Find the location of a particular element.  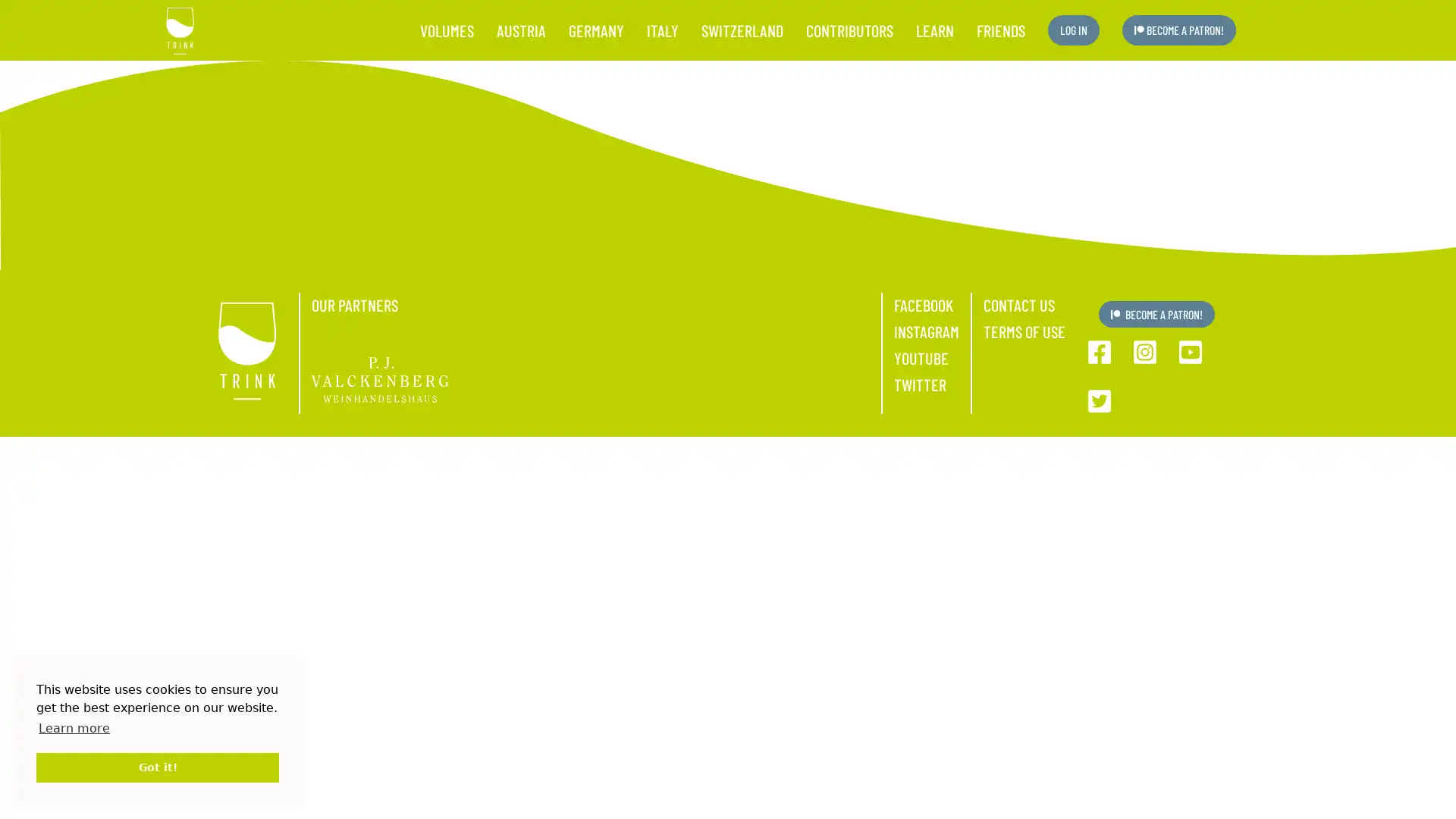

learn more about cookies is located at coordinates (73, 727).